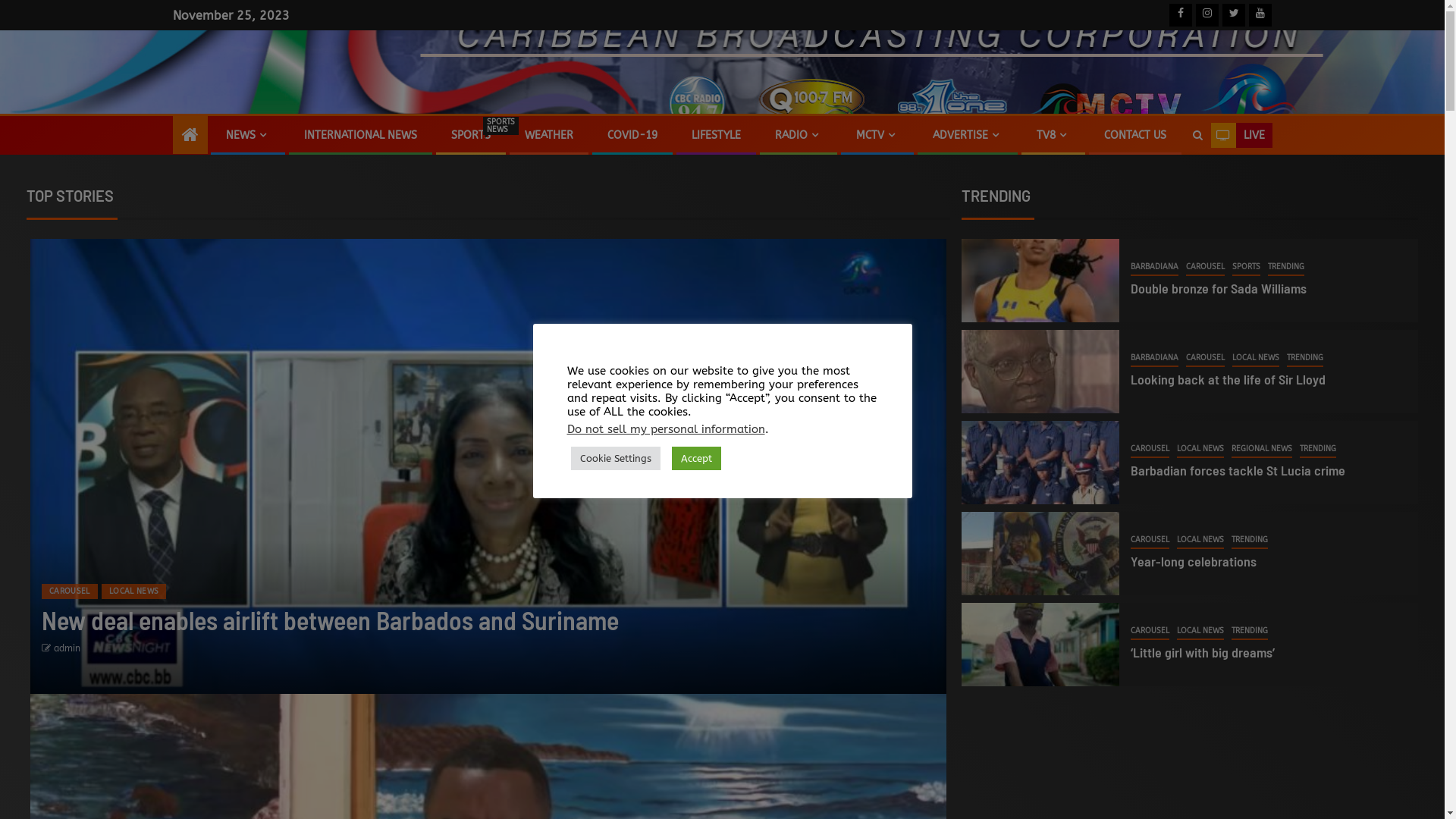 The height and width of the screenshot is (819, 1456). I want to click on 'SPORTS', so click(1246, 267).